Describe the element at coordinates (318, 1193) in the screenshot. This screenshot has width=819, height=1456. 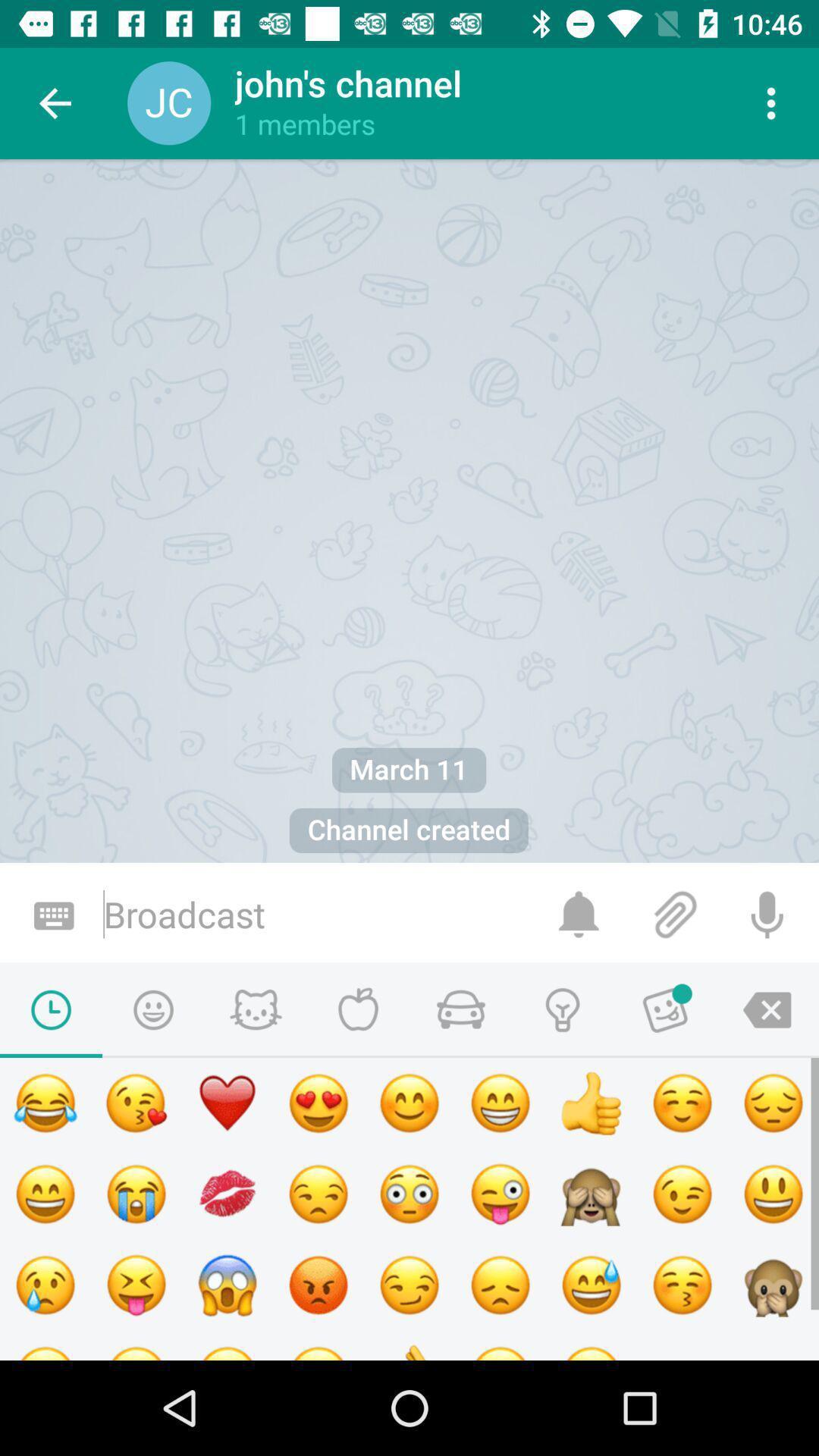
I see `the emoji icon` at that location.